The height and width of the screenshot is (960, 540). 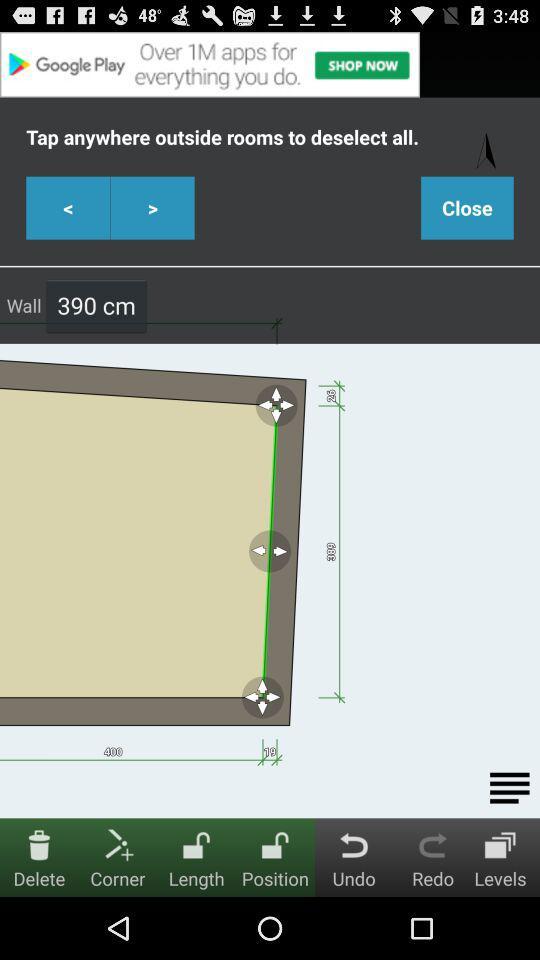 I want to click on advertisement, so click(x=270, y=64).